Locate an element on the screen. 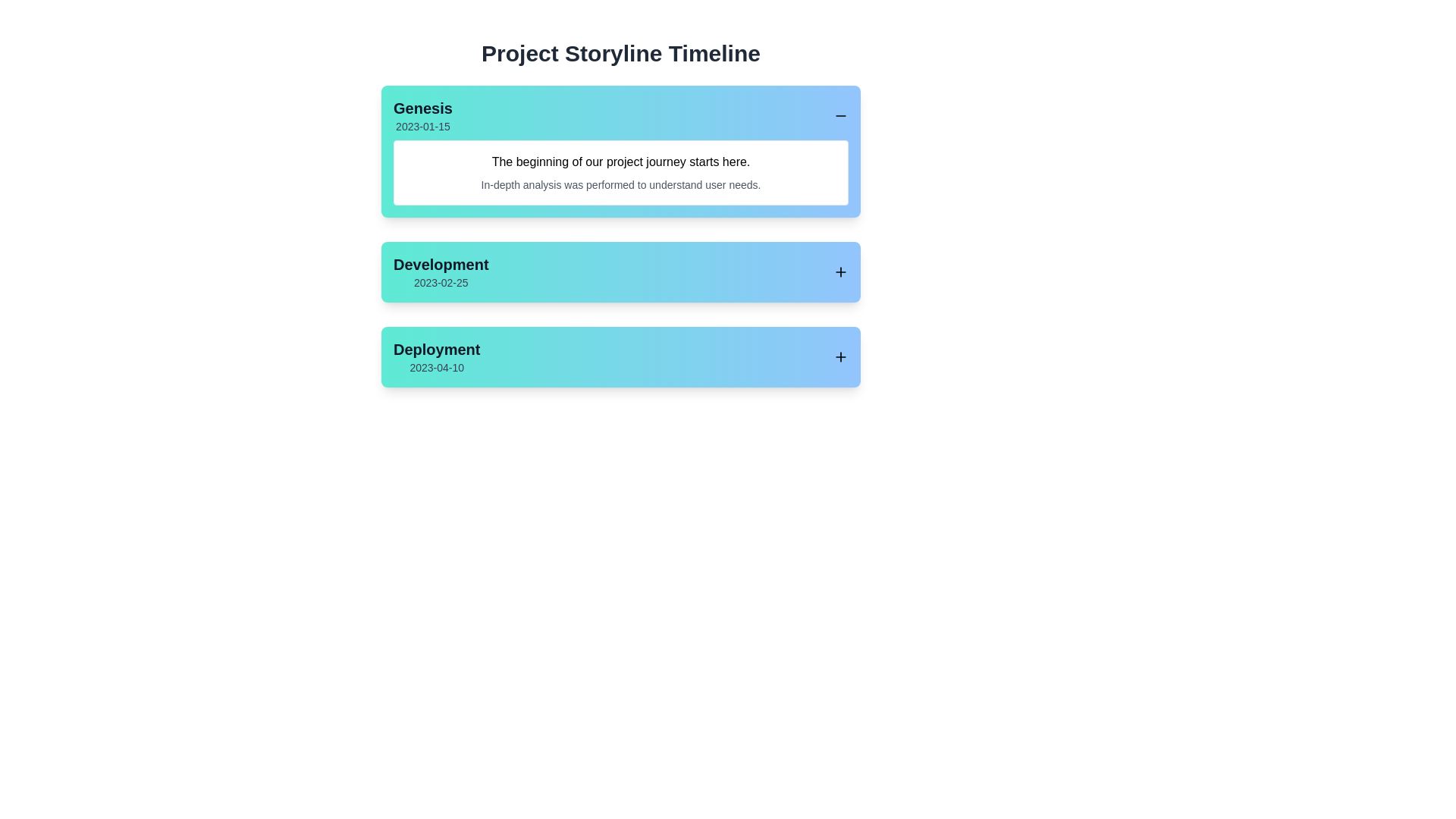 This screenshot has height=819, width=1456. text of the title or heading located at the center-top area of the first card in a vertically aligned list, positioned above the date text '2023-01-15' is located at coordinates (422, 107).